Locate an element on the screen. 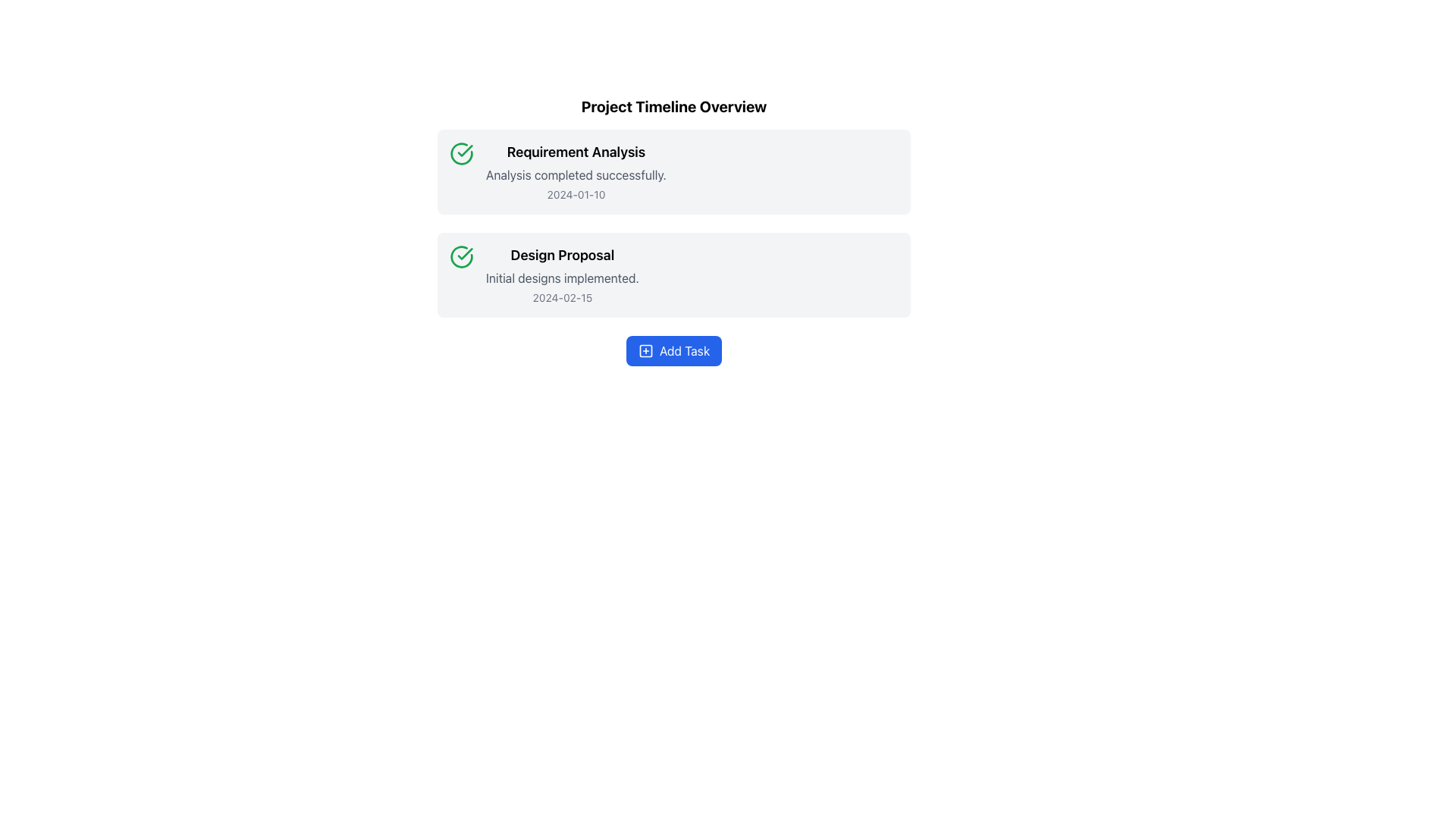 The width and height of the screenshot is (1456, 819). the text element displaying 'Design Proposal', which is located at the top of the second panel in a vertical sequence of task blocks is located at coordinates (561, 254).